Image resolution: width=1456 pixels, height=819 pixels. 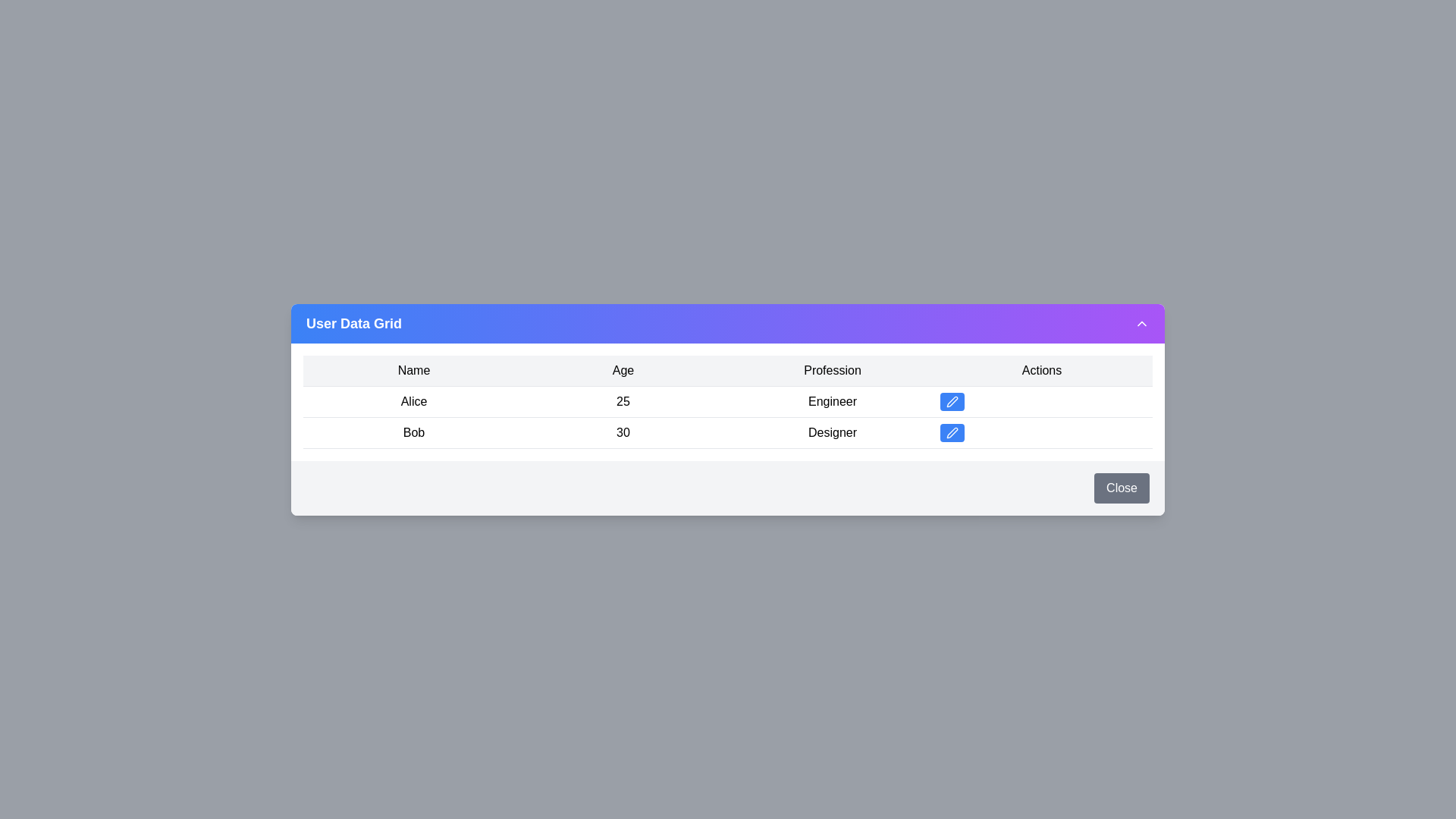 I want to click on the static text label indicating 'User Data Grid', which serves as a title for the section below, so click(x=353, y=322).